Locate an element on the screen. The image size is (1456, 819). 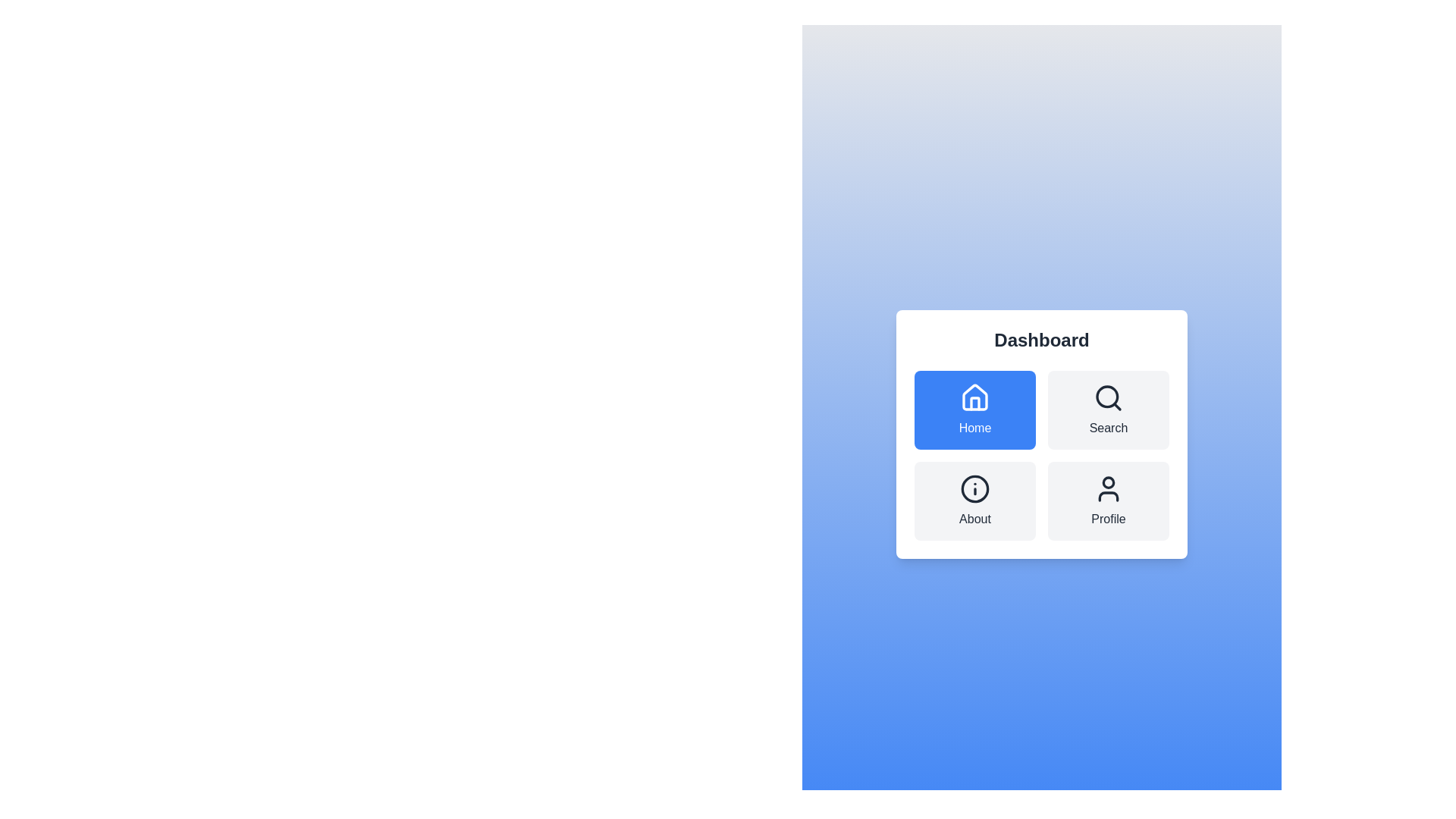
the 'Home' icon is located at coordinates (975, 397).